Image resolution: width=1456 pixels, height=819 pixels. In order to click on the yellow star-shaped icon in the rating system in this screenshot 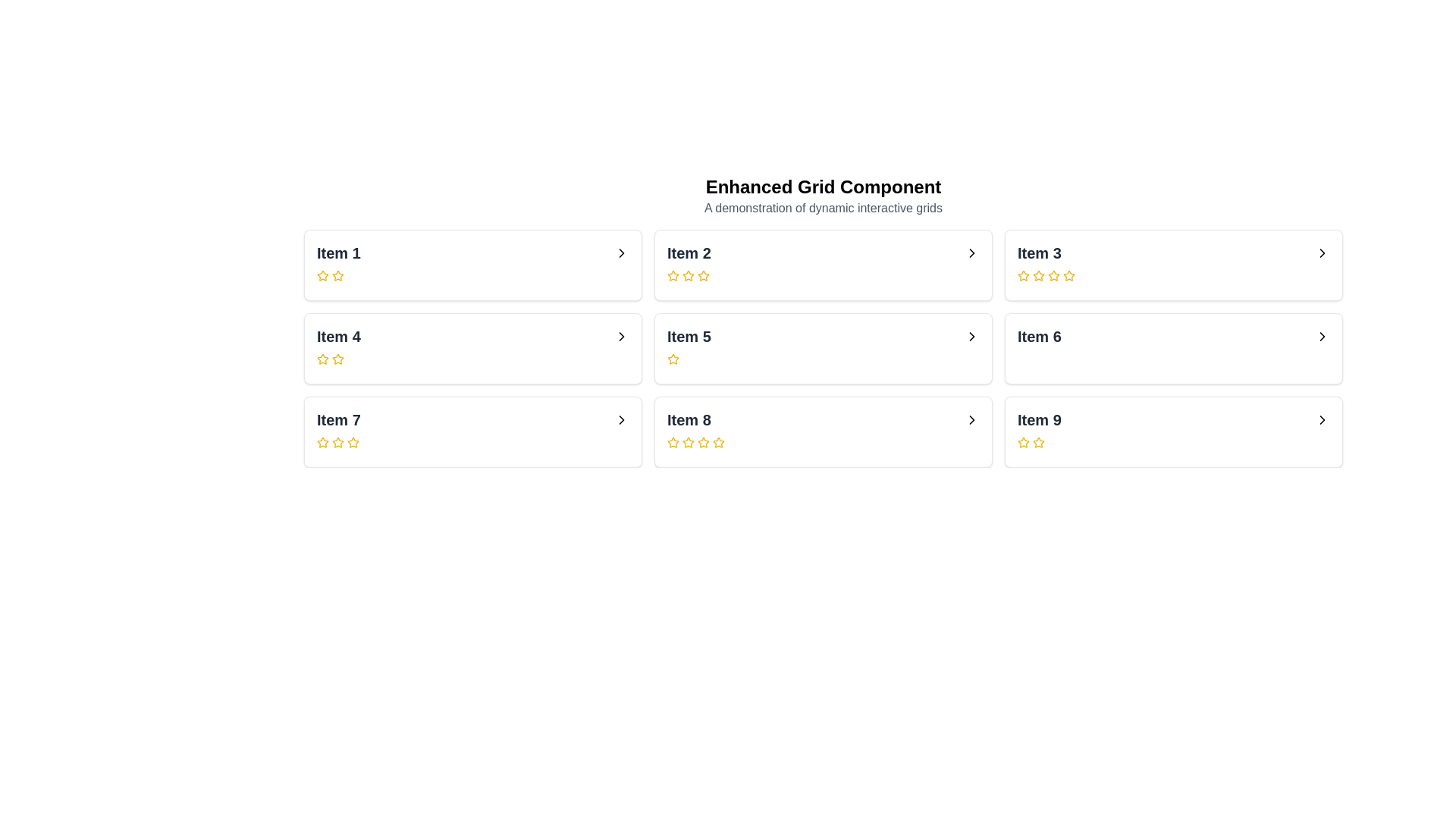, I will do `click(1037, 275)`.